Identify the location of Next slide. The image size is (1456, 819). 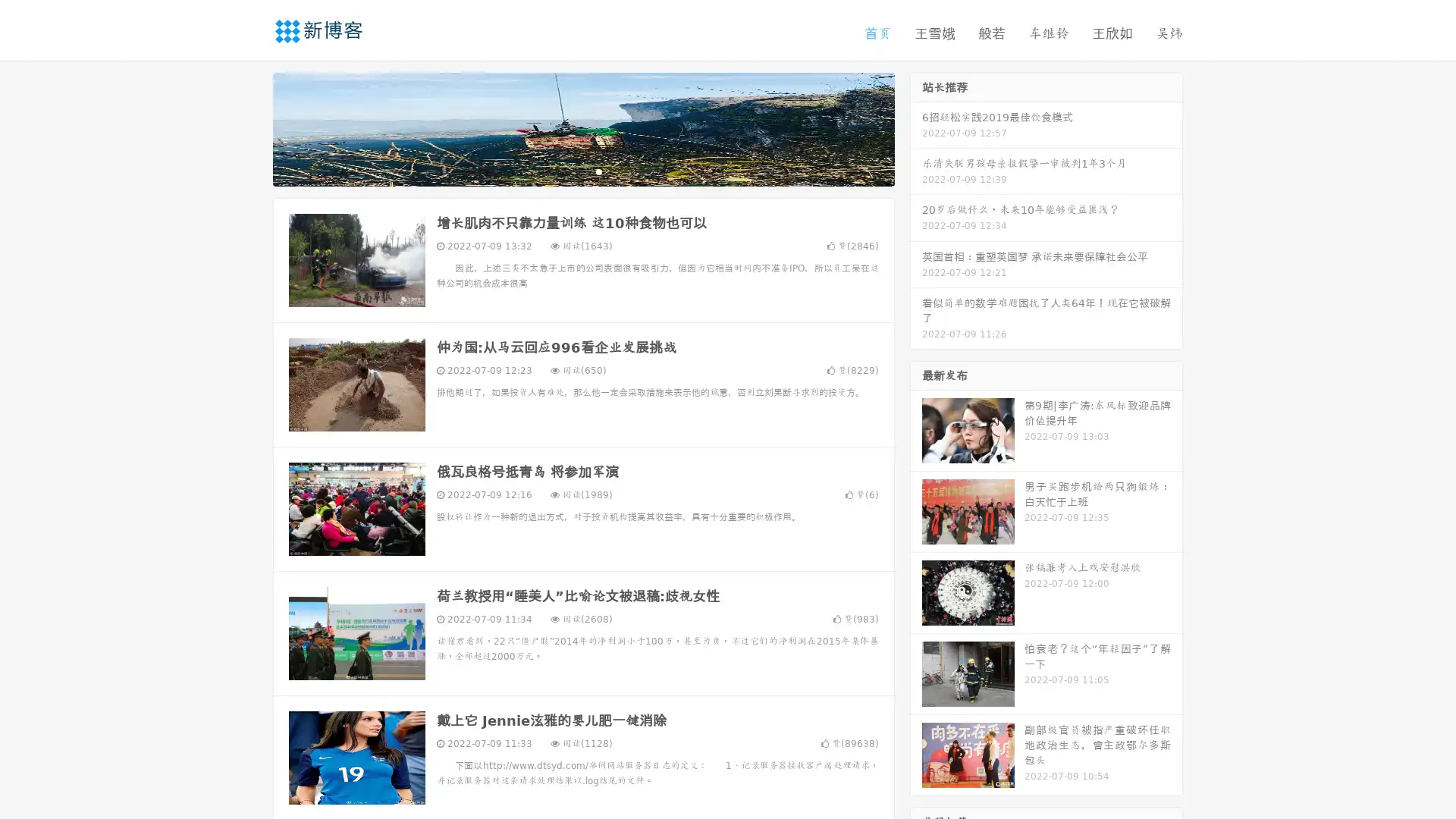
(916, 127).